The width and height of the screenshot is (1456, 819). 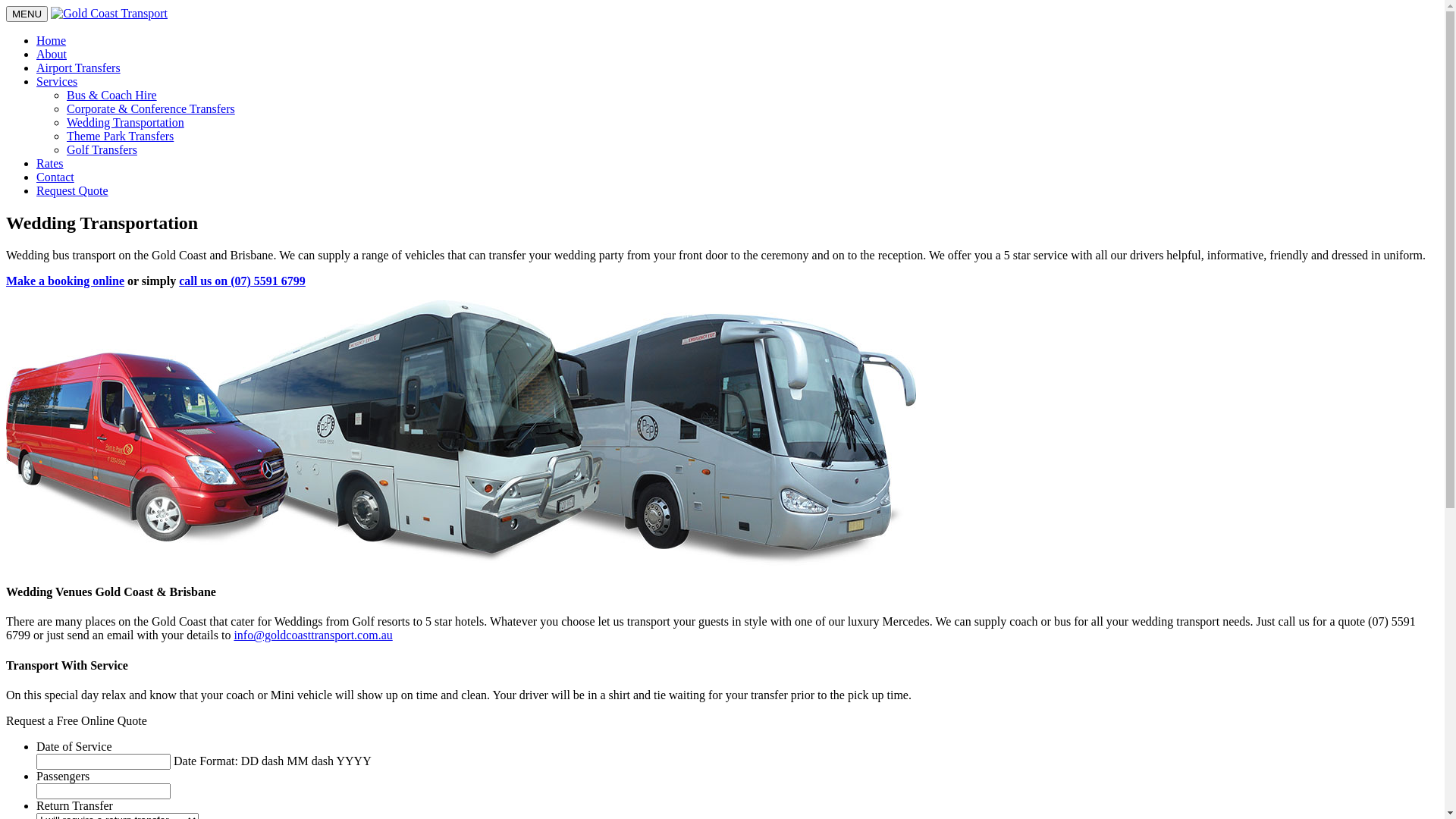 What do you see at coordinates (55, 176) in the screenshot?
I see `'Contact'` at bounding box center [55, 176].